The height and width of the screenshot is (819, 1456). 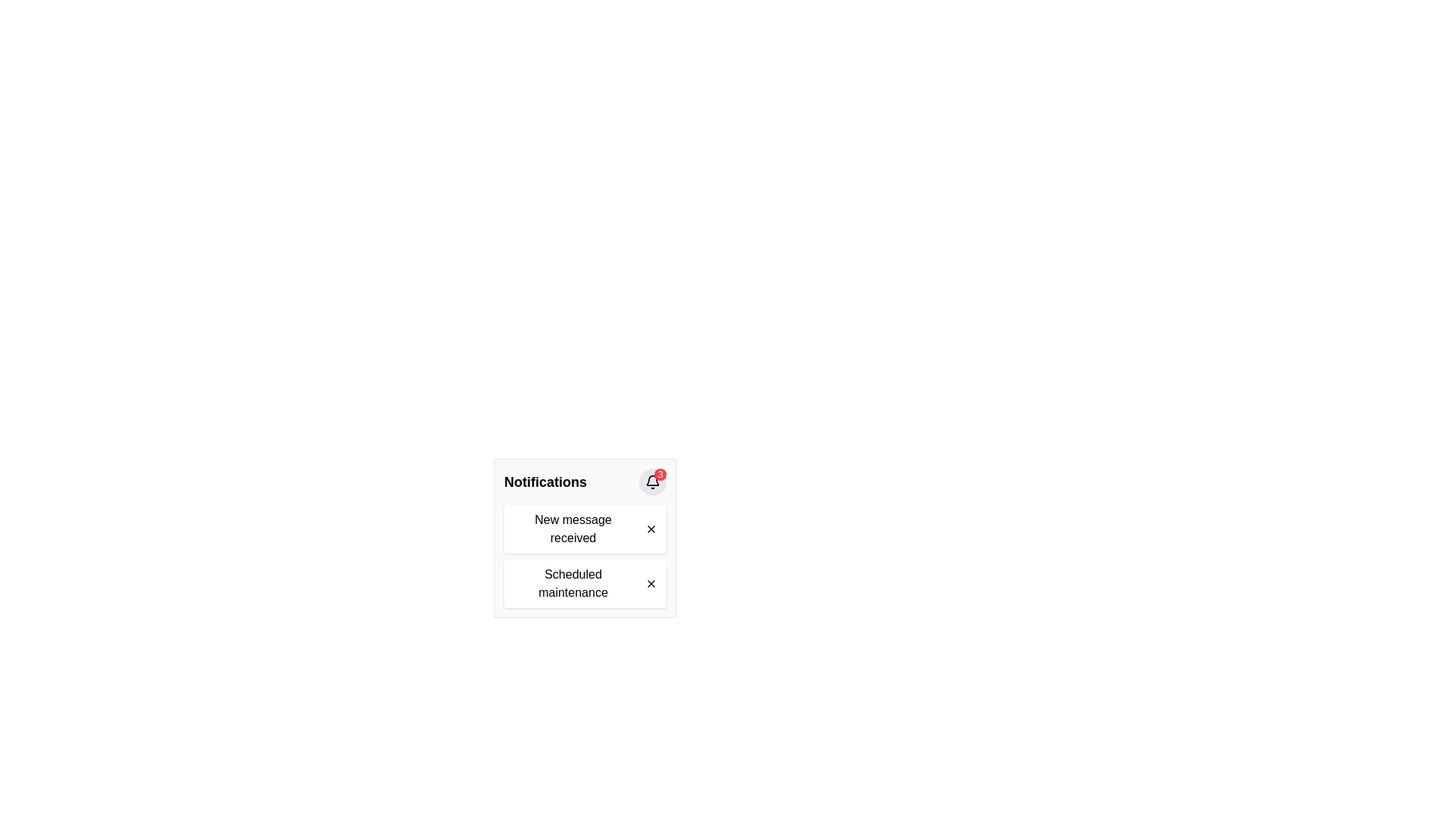 I want to click on the bell icon in the notifications panel, so click(x=652, y=482).